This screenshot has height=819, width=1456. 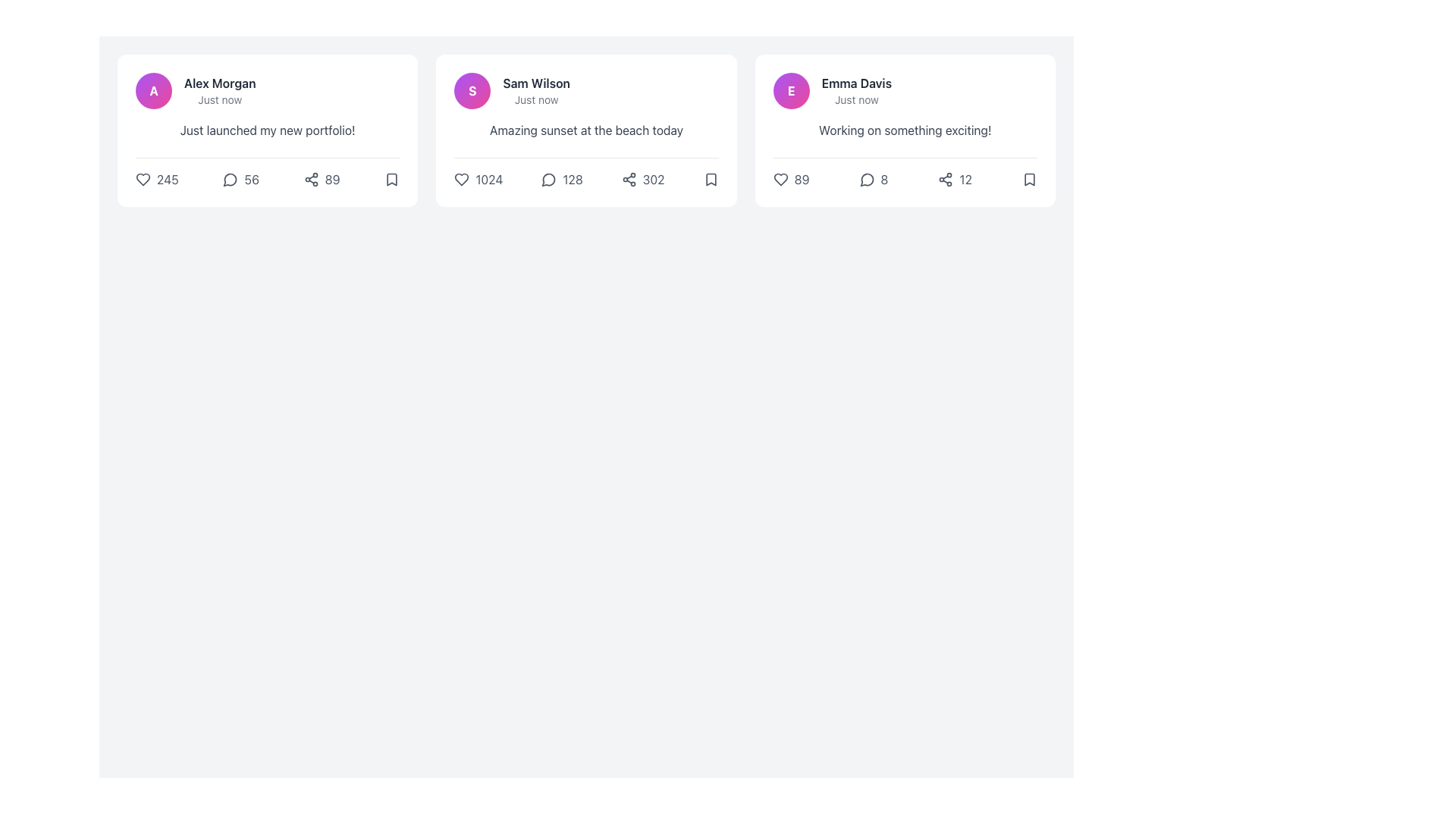 What do you see at coordinates (856, 90) in the screenshot?
I see `the author identifier and time label of the post, which is a bold text displaying the author's name and smaller text indicating the posting time, located in the third column of a card layout, to the right of the card containing 'Sam Wilson'` at bounding box center [856, 90].